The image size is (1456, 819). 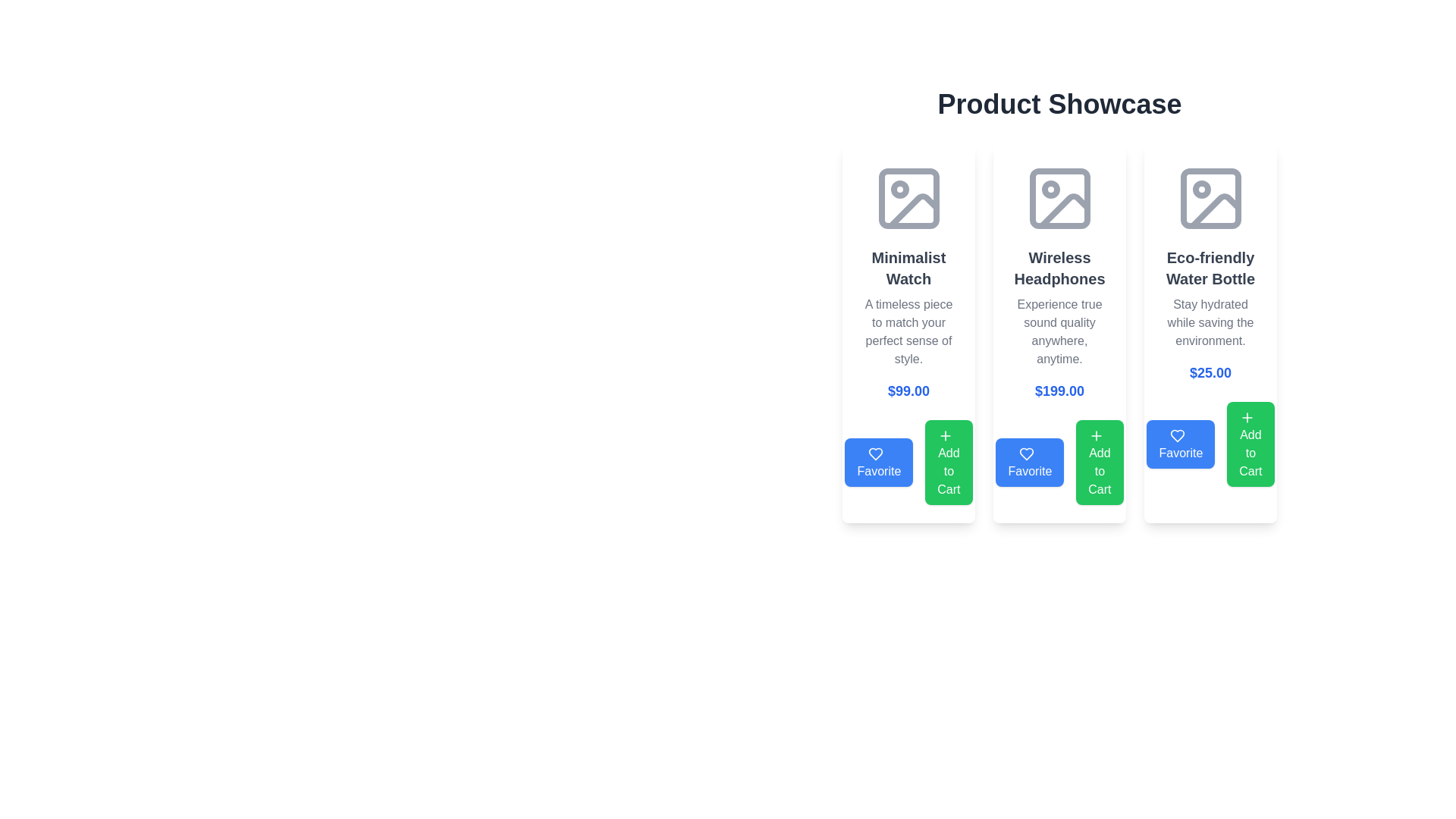 What do you see at coordinates (908, 268) in the screenshot?
I see `the bold text label displaying 'Minimalist Watch' which is centered within a white card interface` at bounding box center [908, 268].